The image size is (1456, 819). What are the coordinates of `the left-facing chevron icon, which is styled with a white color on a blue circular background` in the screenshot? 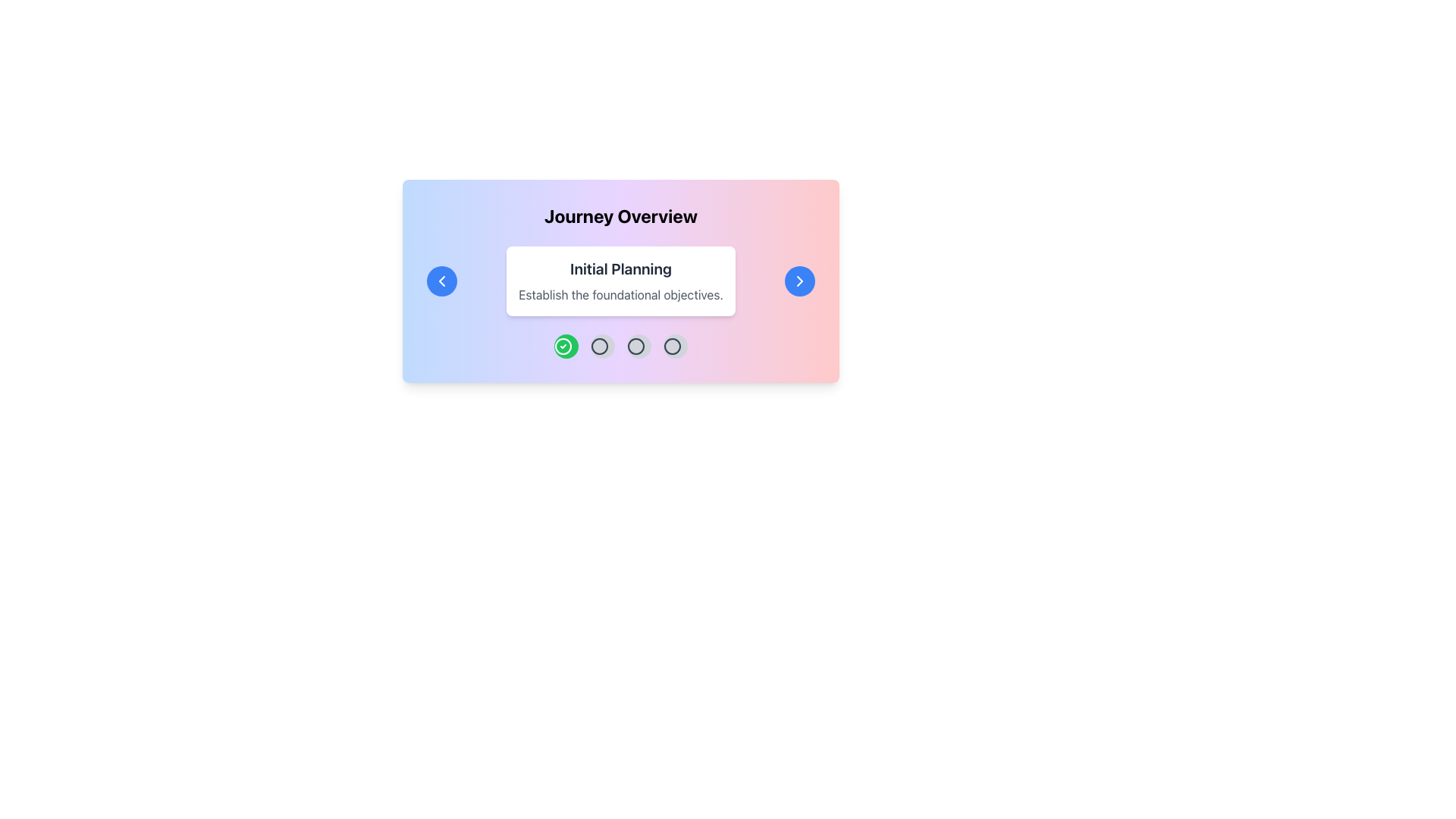 It's located at (441, 281).